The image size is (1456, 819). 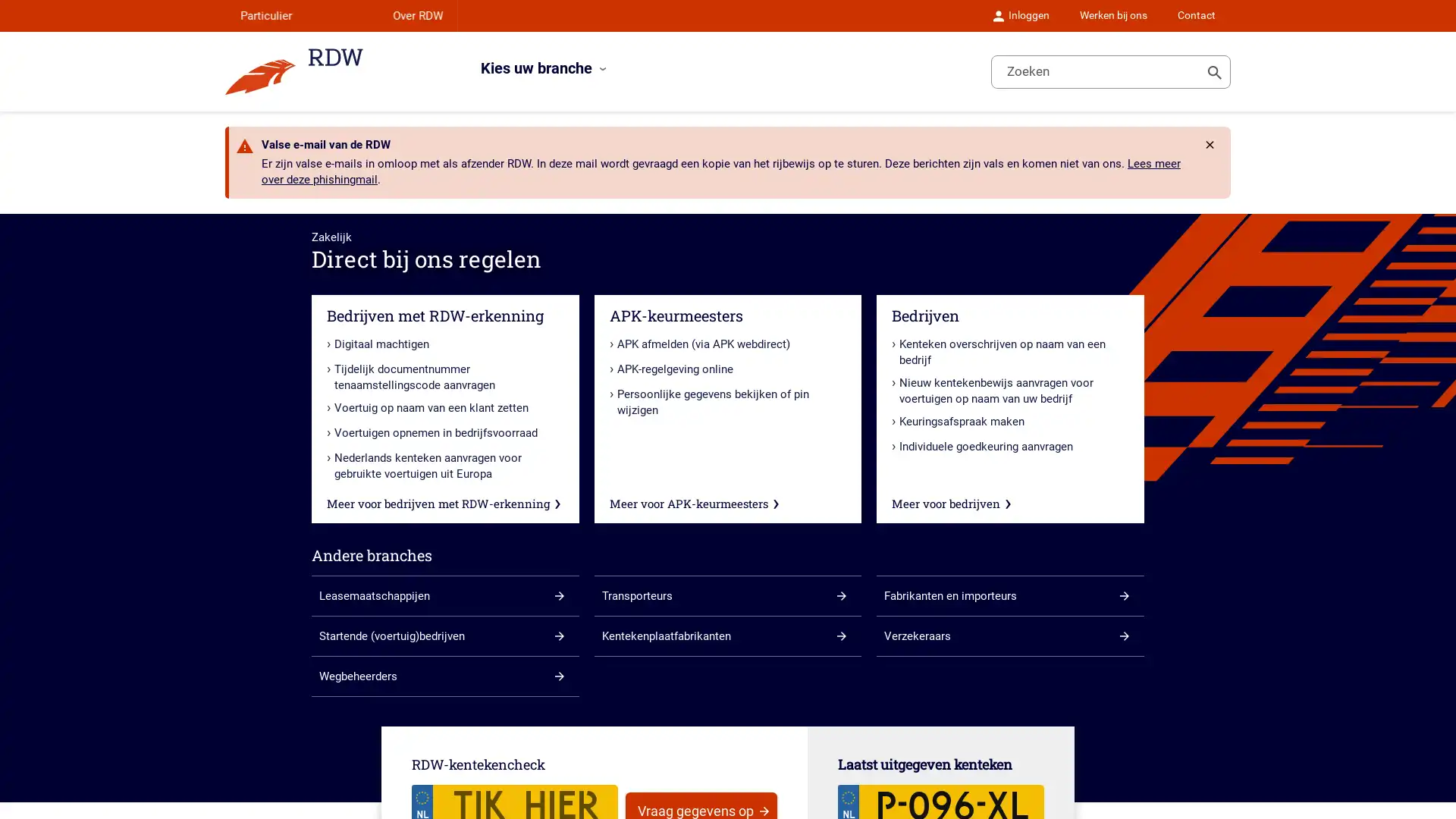 I want to click on Toon zoeken, so click(x=1214, y=72).